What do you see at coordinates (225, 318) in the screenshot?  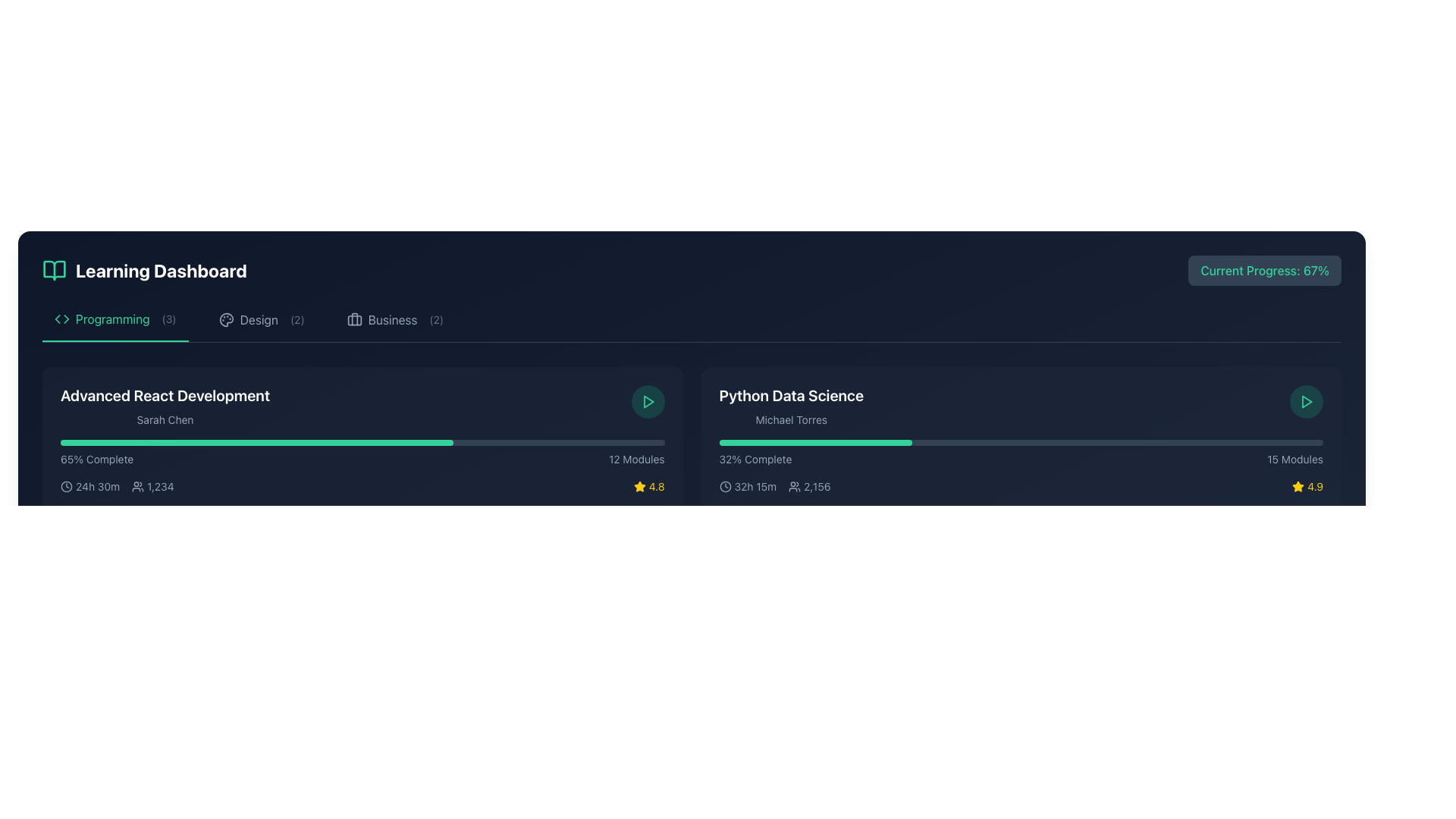 I see `the 'Design' icon located in the 'Design' tab of the Learning Dashboard, positioned between the 'Programming' and 'Business' tabs` at bounding box center [225, 318].